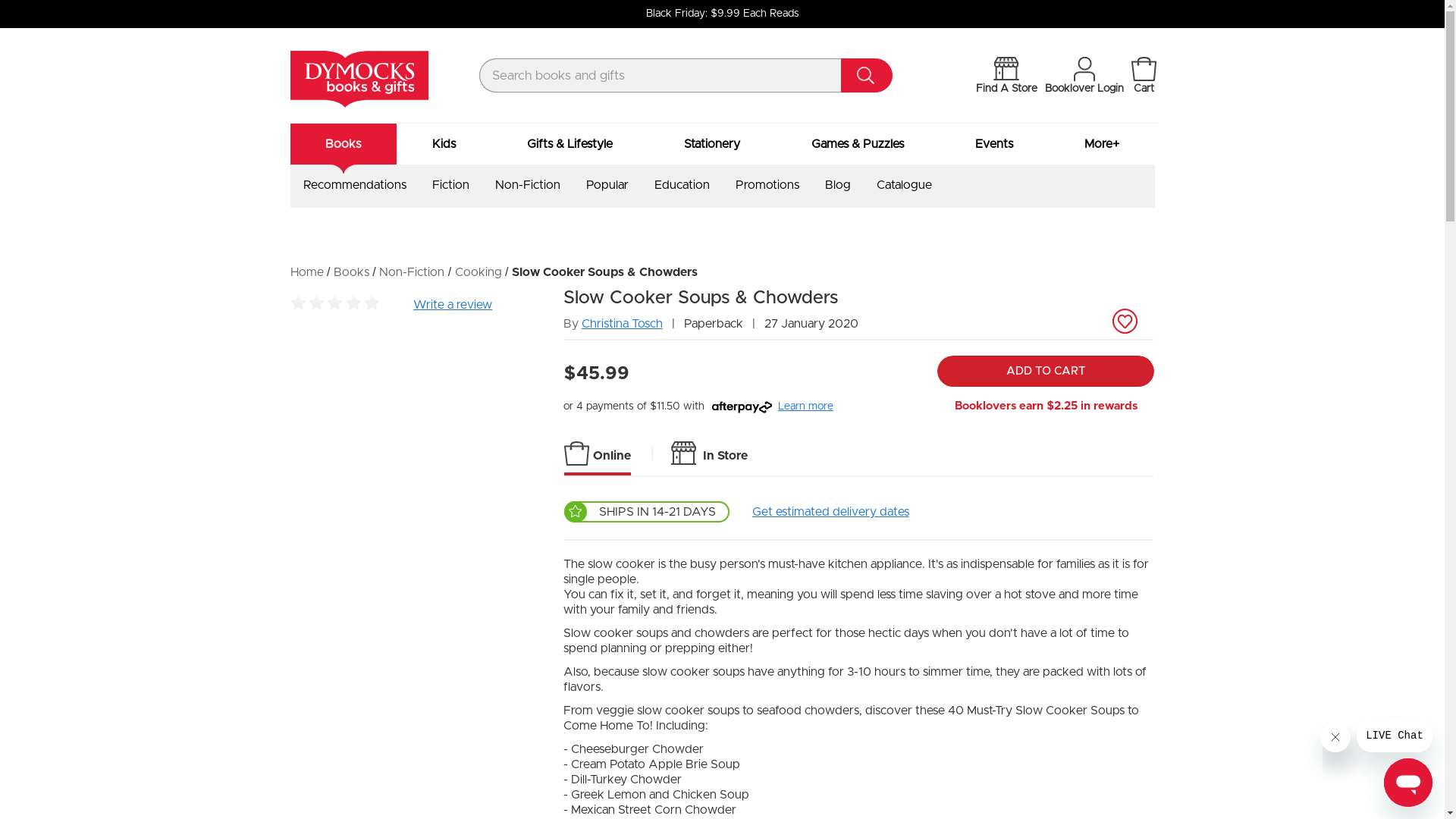 The height and width of the screenshot is (819, 1456). What do you see at coordinates (334, 305) in the screenshot?
I see `'Be the first to review this product'` at bounding box center [334, 305].